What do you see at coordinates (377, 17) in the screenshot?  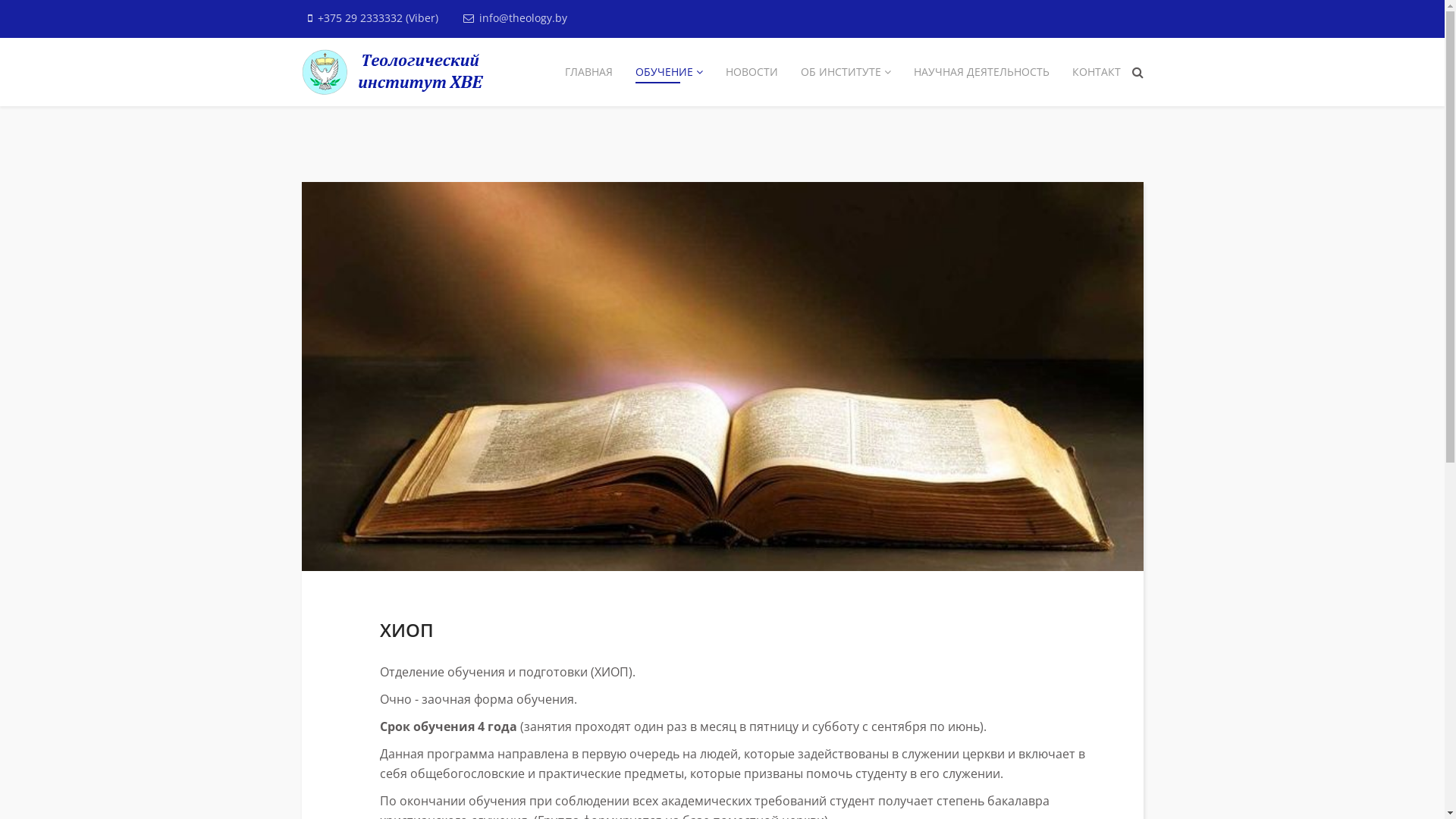 I see `'+375 29 2333332 (Viber)'` at bounding box center [377, 17].